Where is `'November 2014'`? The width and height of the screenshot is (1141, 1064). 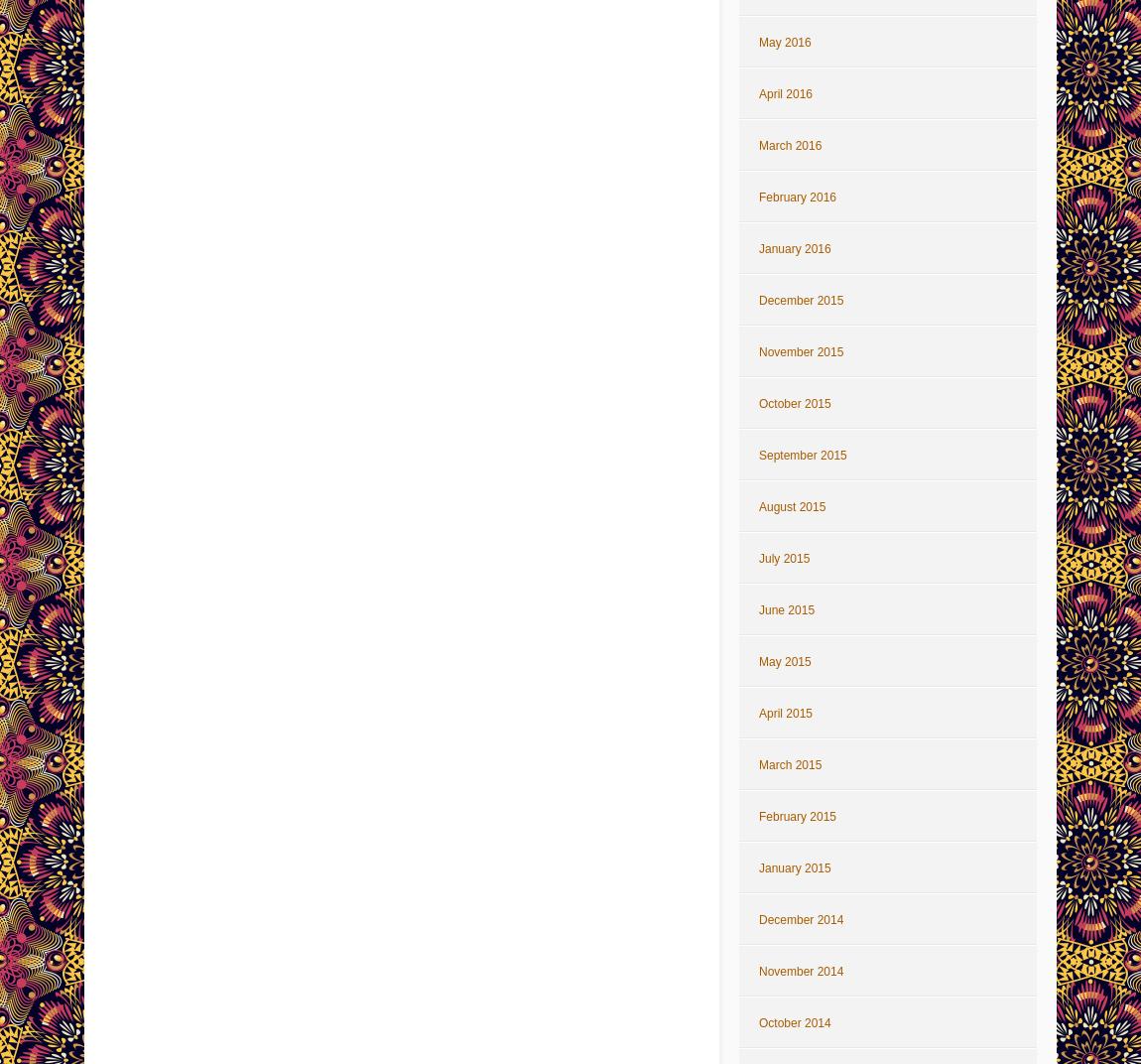
'November 2014' is located at coordinates (800, 970).